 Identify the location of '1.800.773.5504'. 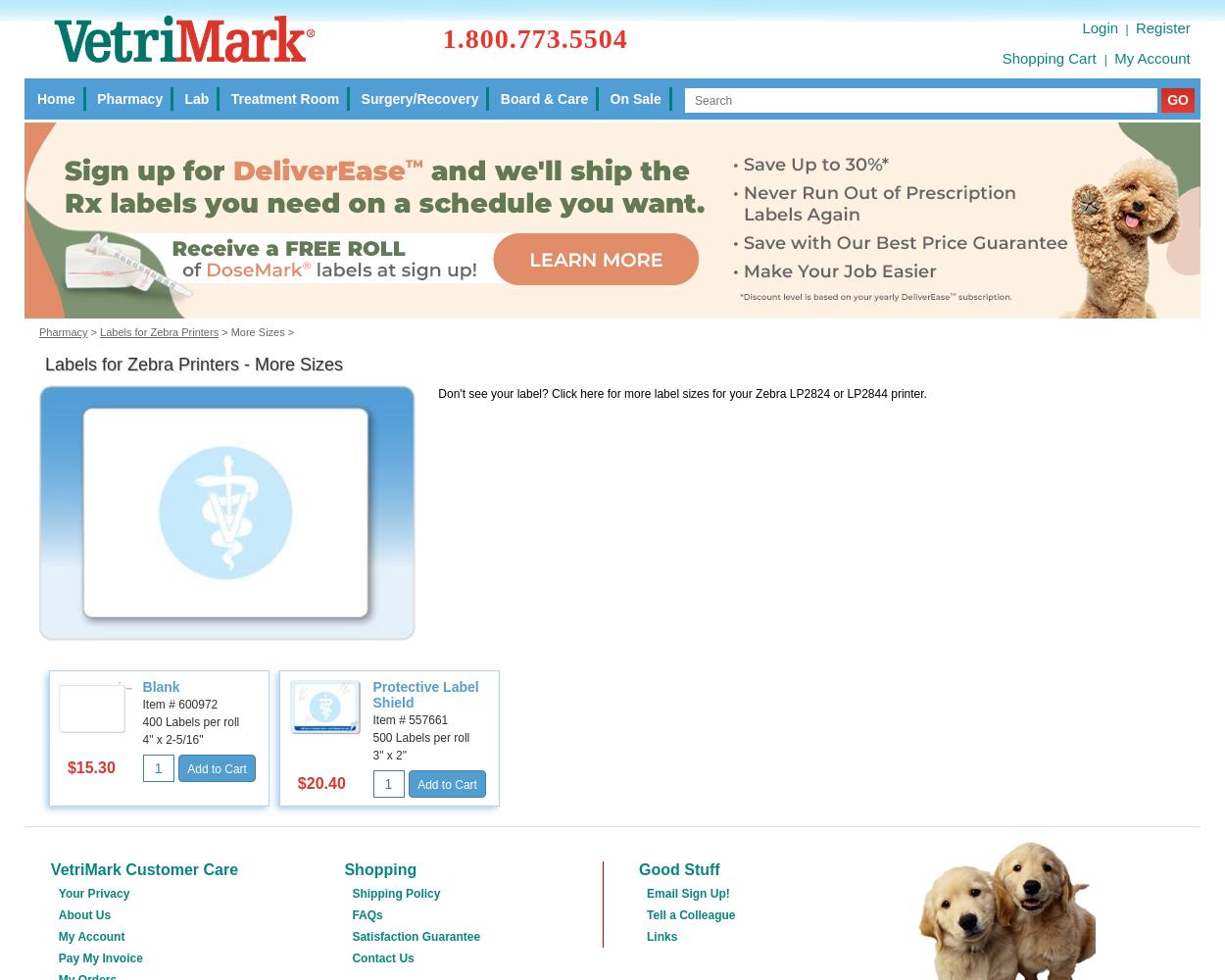
(534, 37).